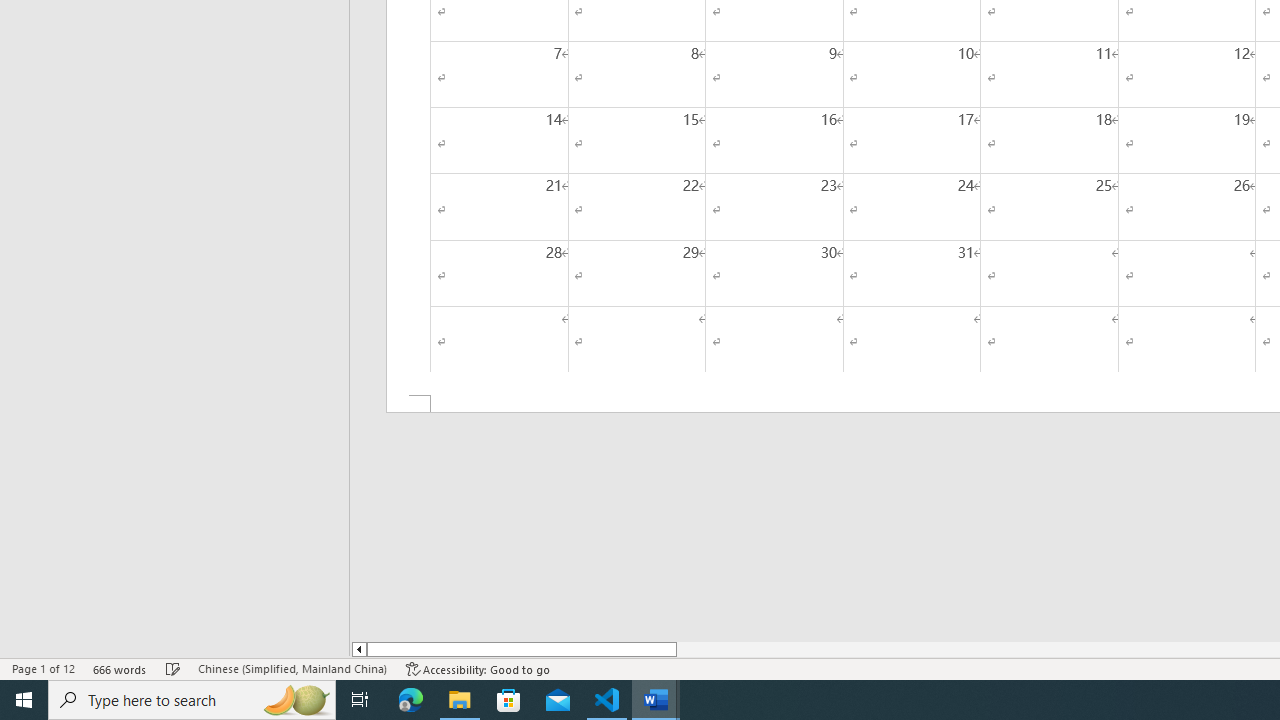 This screenshot has height=720, width=1280. Describe the element at coordinates (358, 649) in the screenshot. I see `'Column left'` at that location.